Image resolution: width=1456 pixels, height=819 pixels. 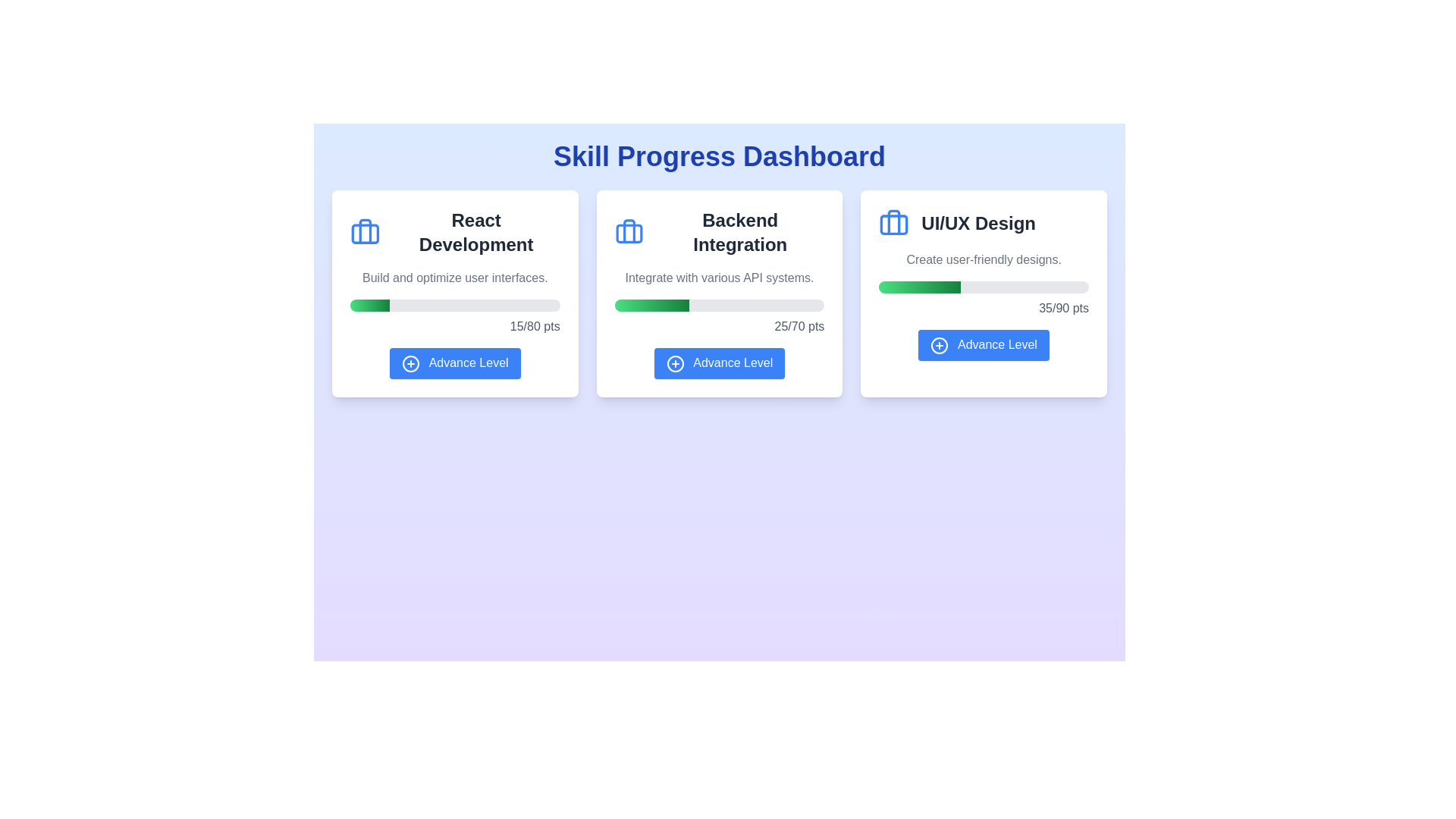 What do you see at coordinates (369, 305) in the screenshot?
I see `the Progress Indicator (Bar) which is a horizontal gradient bar transitioning from light green to dark green, located within the 'React Development' card under 'Skill Progress Dashboard'` at bounding box center [369, 305].